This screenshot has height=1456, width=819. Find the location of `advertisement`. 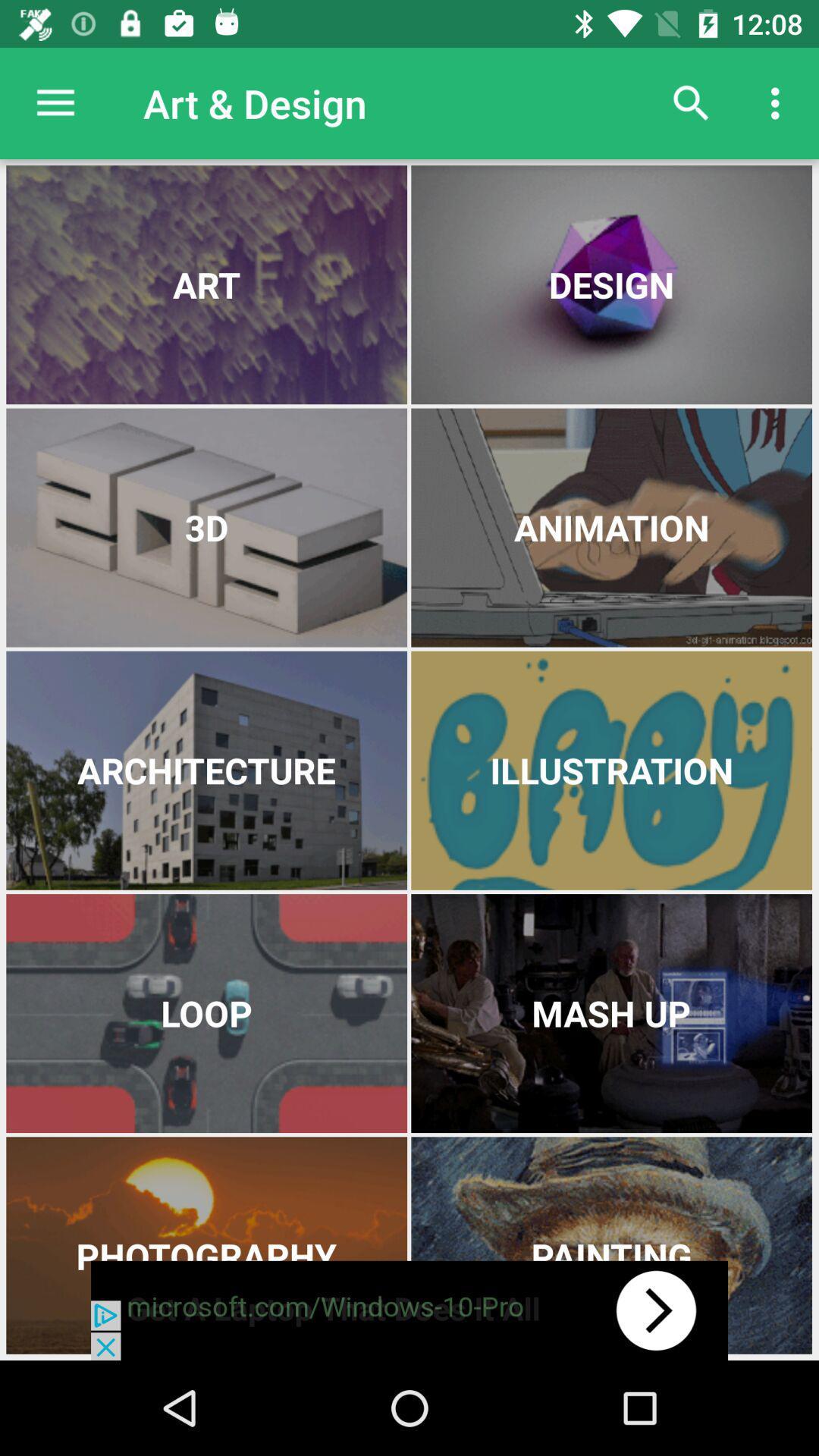

advertisement is located at coordinates (409, 1310).